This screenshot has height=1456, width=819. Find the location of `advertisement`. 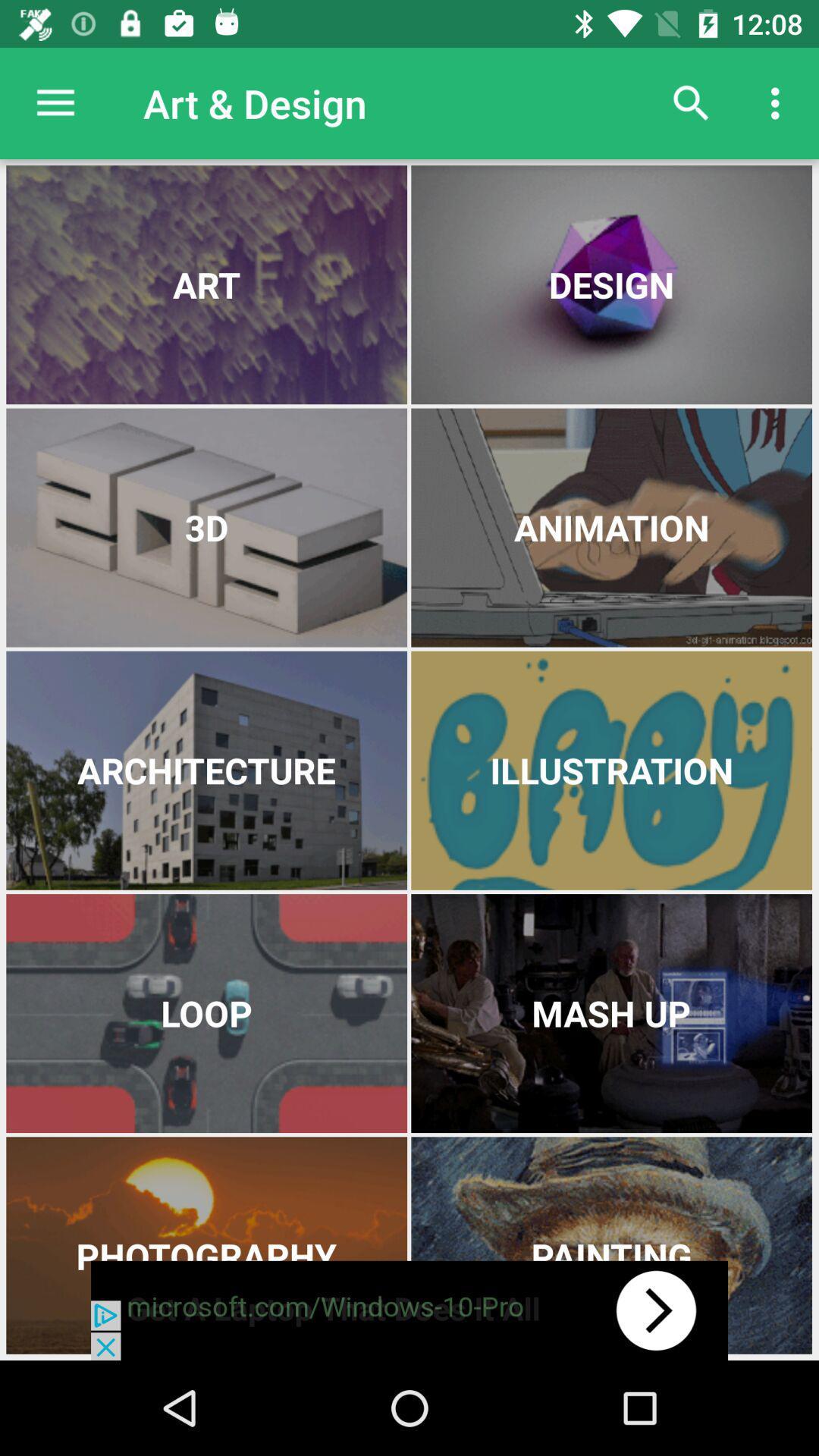

advertisement is located at coordinates (409, 1310).